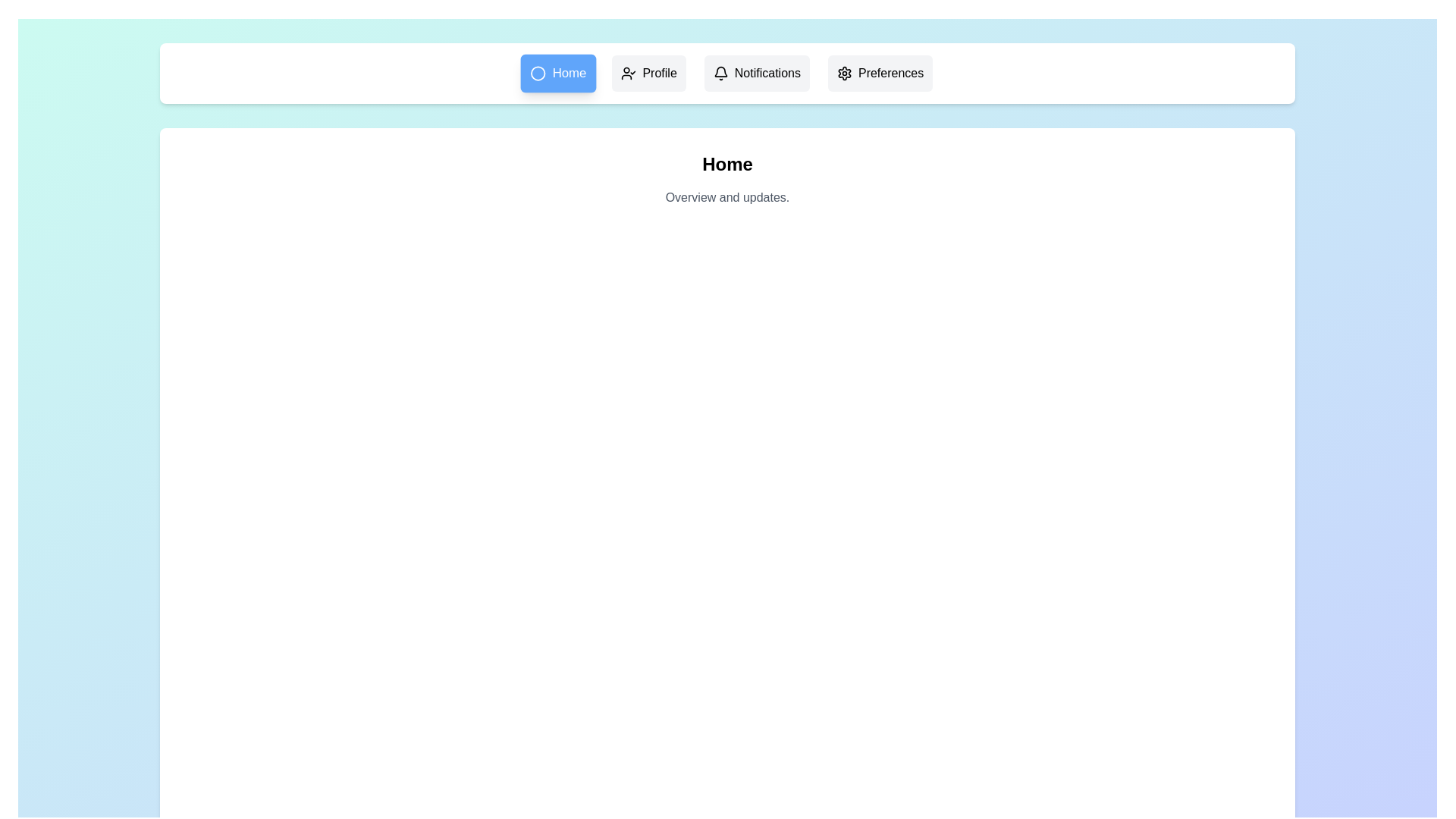 The image size is (1456, 819). I want to click on the menu item Profile, so click(649, 73).